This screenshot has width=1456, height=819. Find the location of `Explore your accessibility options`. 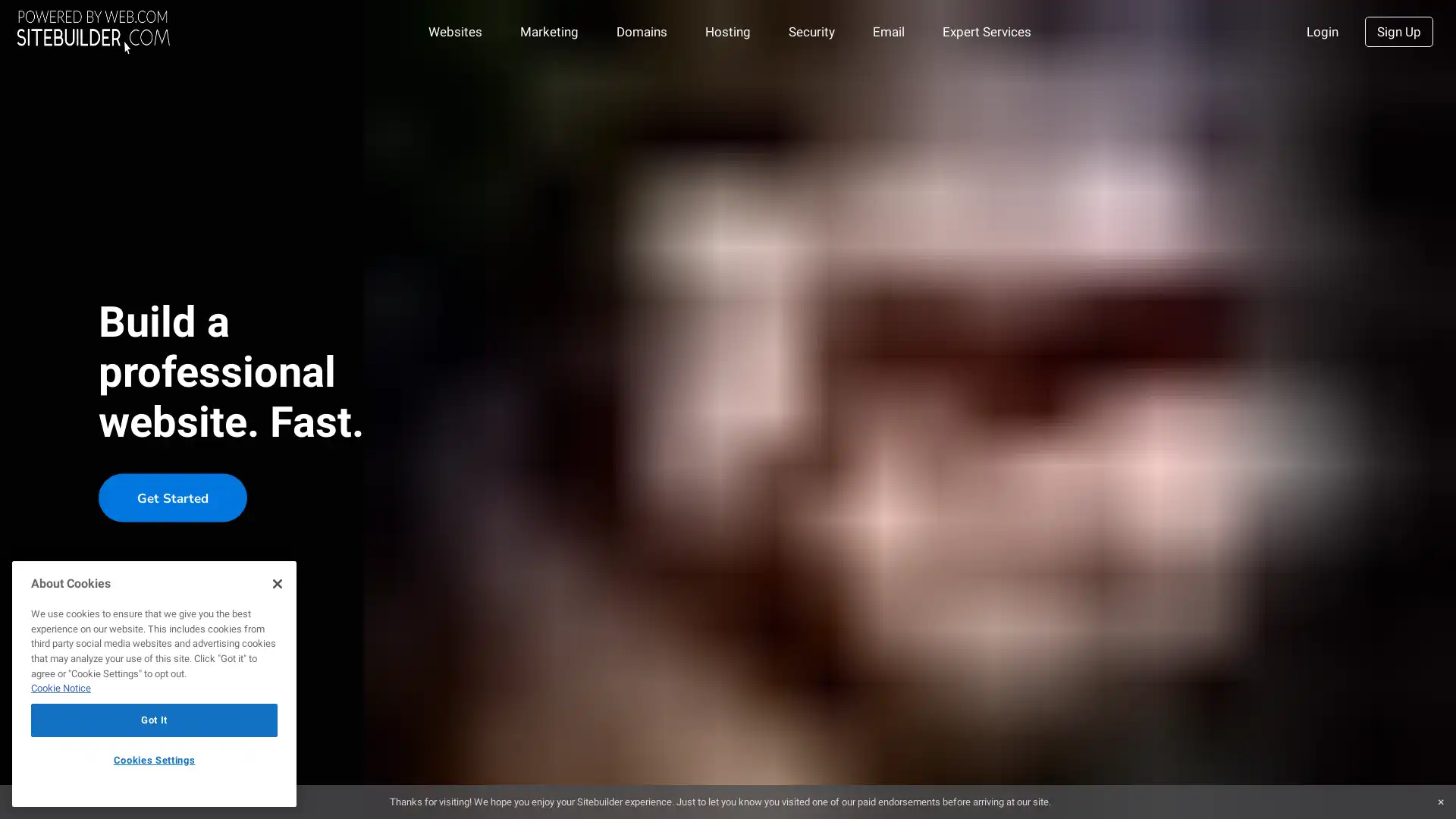

Explore your accessibility options is located at coordinates (1430, 742).